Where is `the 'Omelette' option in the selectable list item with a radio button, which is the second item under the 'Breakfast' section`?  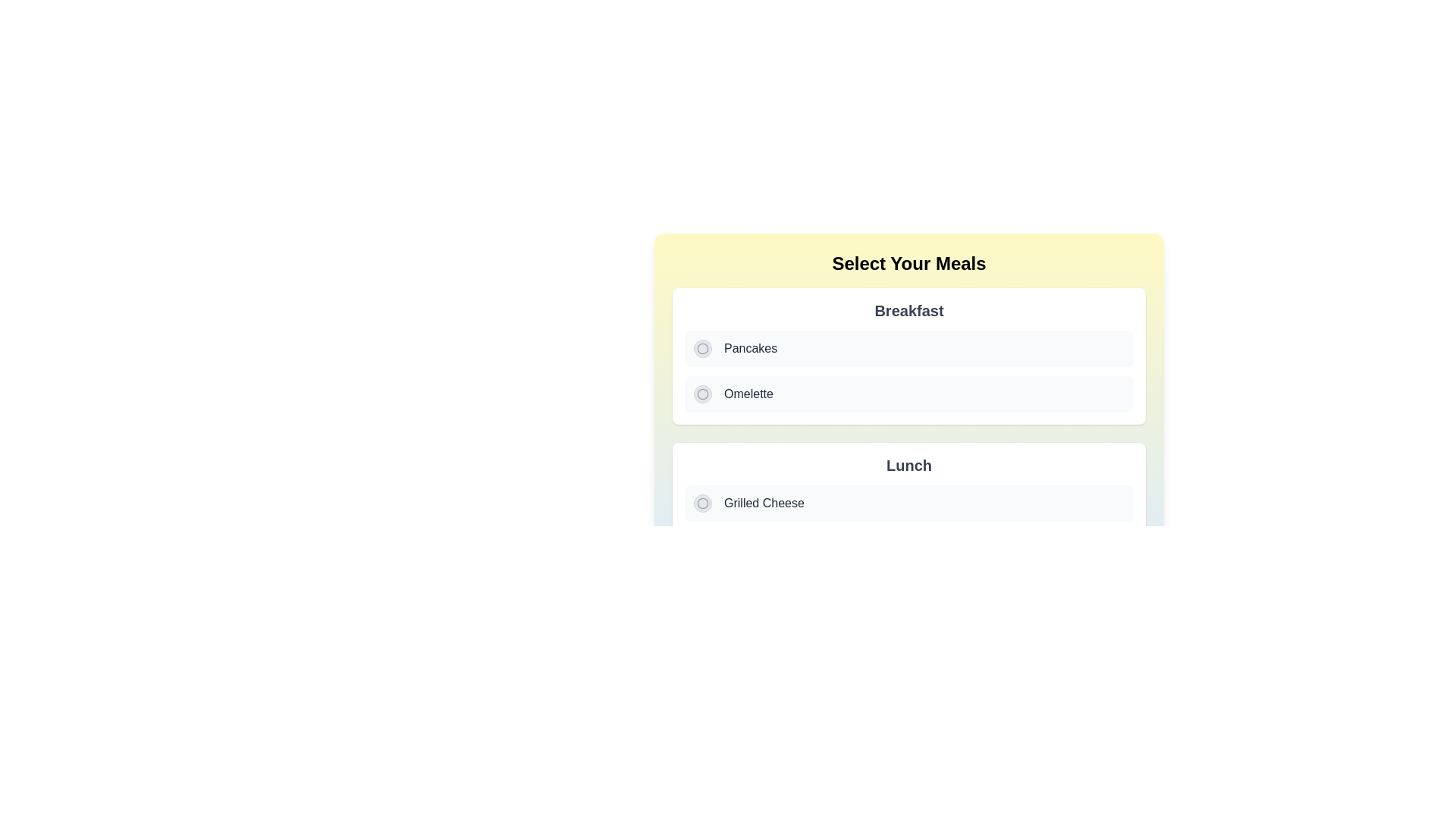
the 'Omelette' option in the selectable list item with a radio button, which is the second item under the 'Breakfast' section is located at coordinates (909, 394).